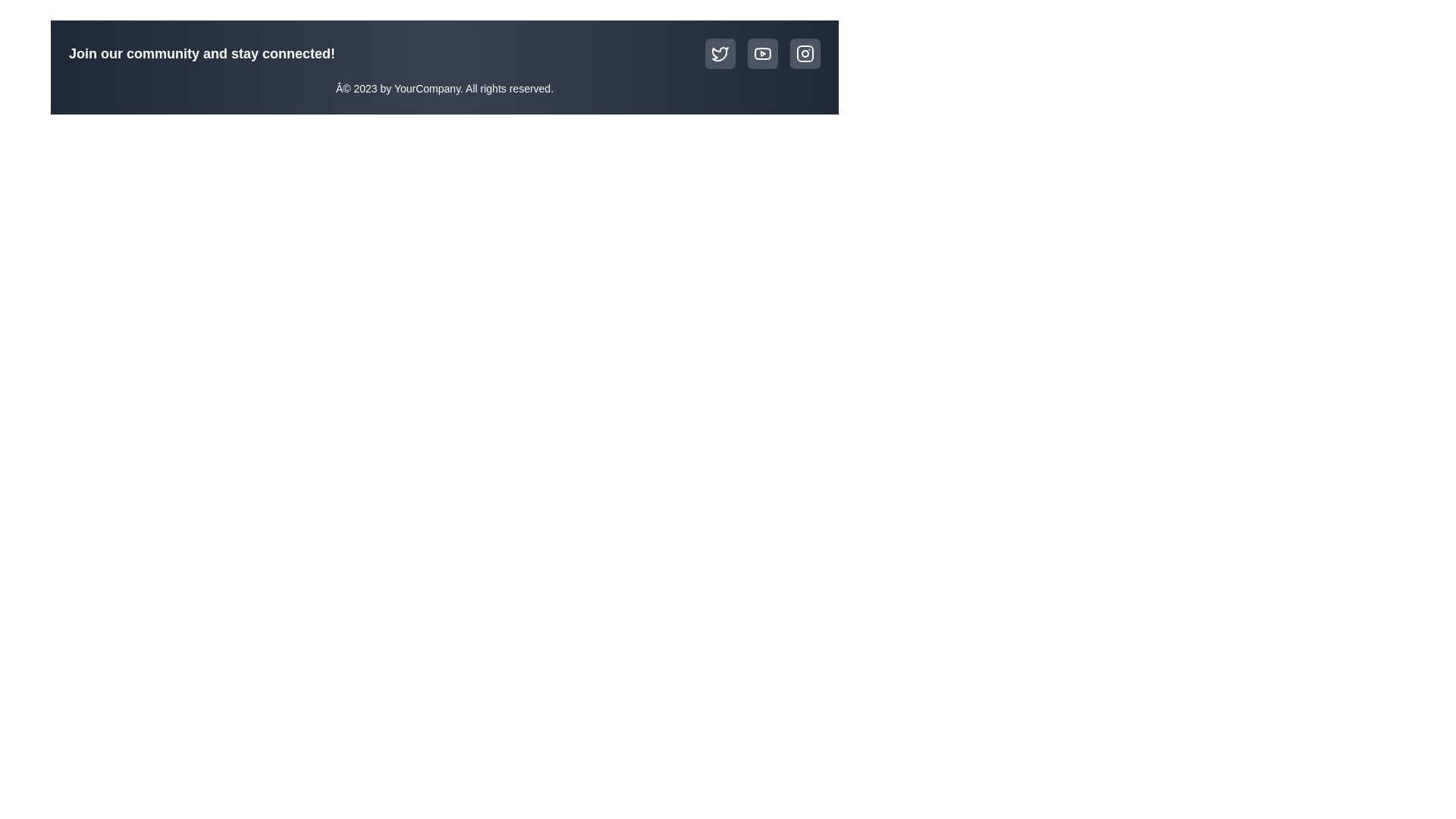  What do you see at coordinates (804, 52) in the screenshot?
I see `the third button in the row of social media links in the top-right corner to change its background color` at bounding box center [804, 52].